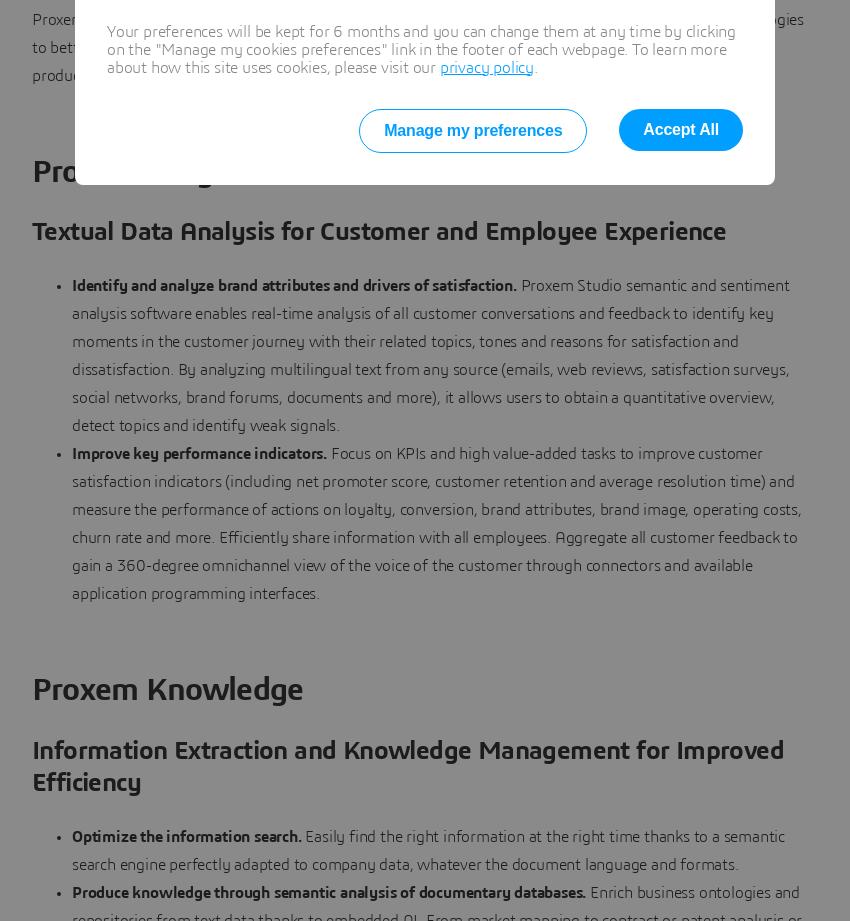  I want to click on 'Proxem Studio semantic and sentiment analysis software enables real-time analysis of all customer conversations and feedback to identify key moments in the customer journey with their related topics, tones and reasons for satisfaction and dissatisfaction. By analyzing multilingual text from any source (emails, web reviews, satisfaction surveys, social networks, brand forums, documents and more), it allows users to obtain a quantitative overview, detect topics and identify weak signals.', so click(429, 355).